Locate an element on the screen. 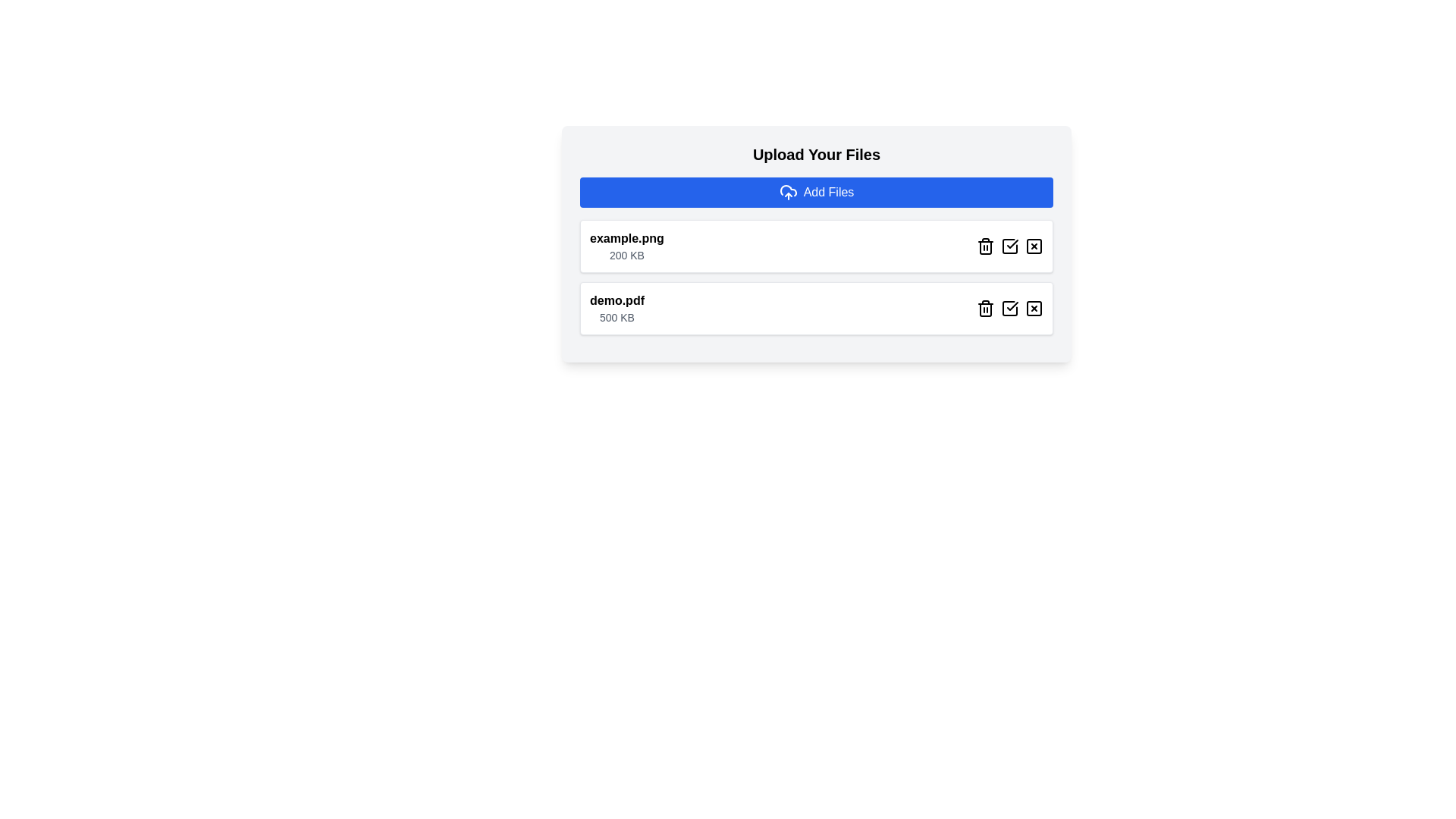 This screenshot has height=819, width=1456. the check icon located near the right side of the row representing the file named 'demo.pdf' in the upload interface is located at coordinates (1012, 306).